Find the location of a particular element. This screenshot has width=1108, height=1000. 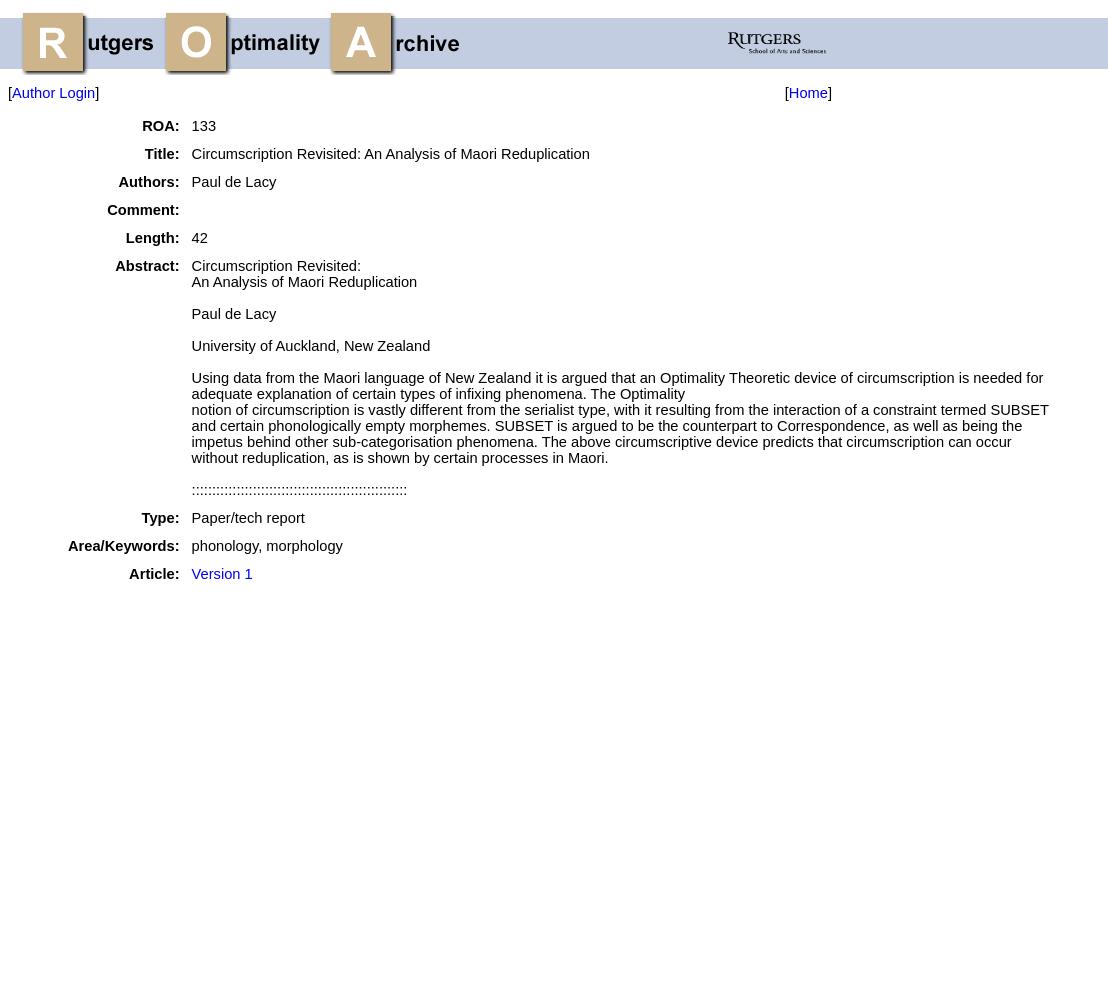

':::::::::::::::::::::::::::::::::::::::::::::::::::::' is located at coordinates (191, 489).